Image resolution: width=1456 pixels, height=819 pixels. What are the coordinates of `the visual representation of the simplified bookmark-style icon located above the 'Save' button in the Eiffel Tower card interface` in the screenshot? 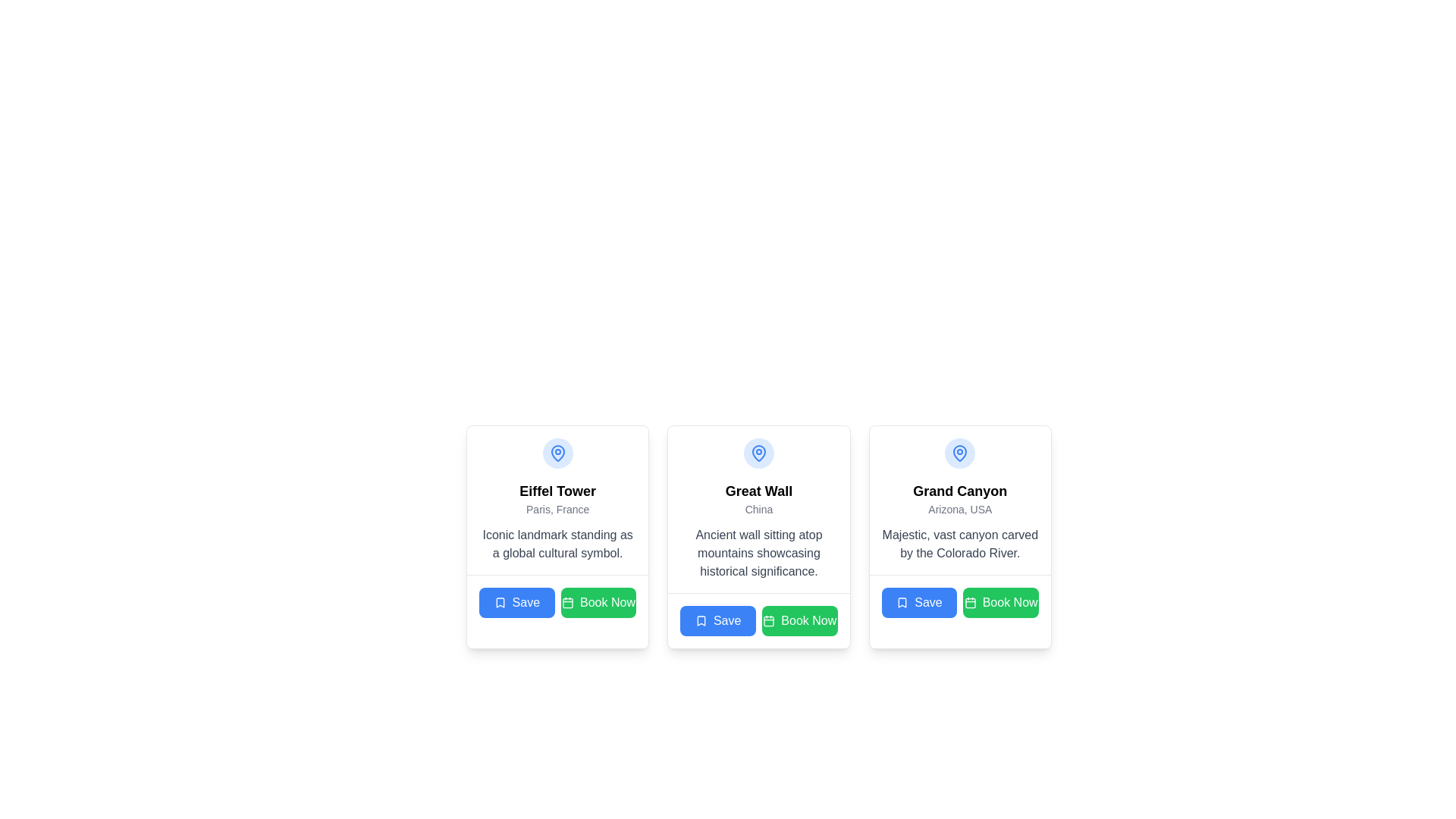 It's located at (500, 601).